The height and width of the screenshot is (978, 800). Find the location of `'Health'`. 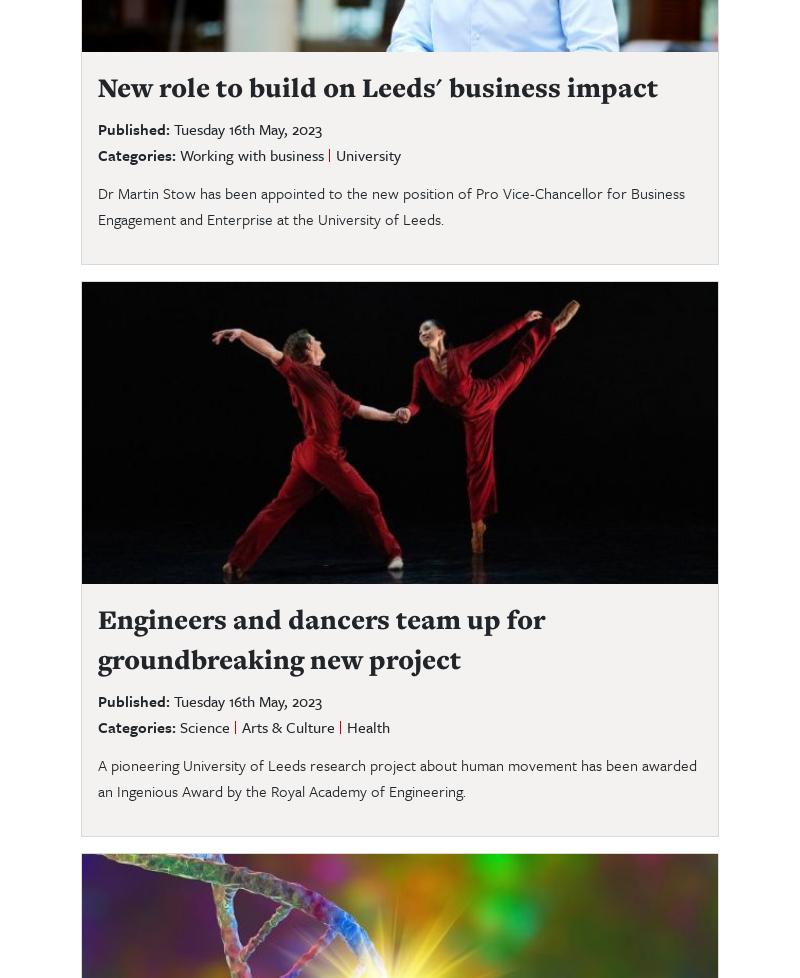

'Health' is located at coordinates (367, 725).